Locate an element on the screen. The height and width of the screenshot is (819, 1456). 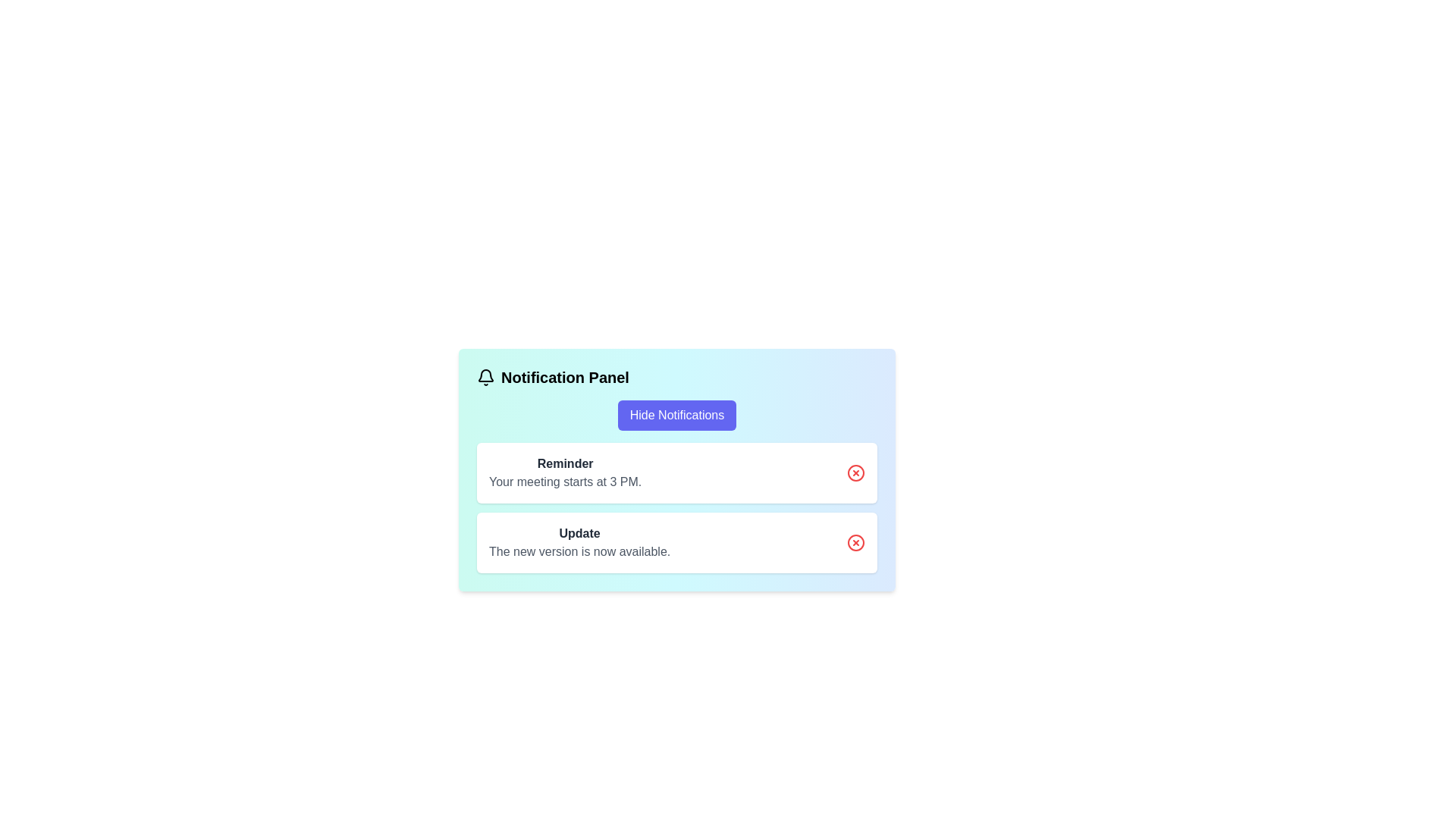
the bold text label displaying 'Update' located in the second notification section below the 'Reminder' notification is located at coordinates (579, 533).